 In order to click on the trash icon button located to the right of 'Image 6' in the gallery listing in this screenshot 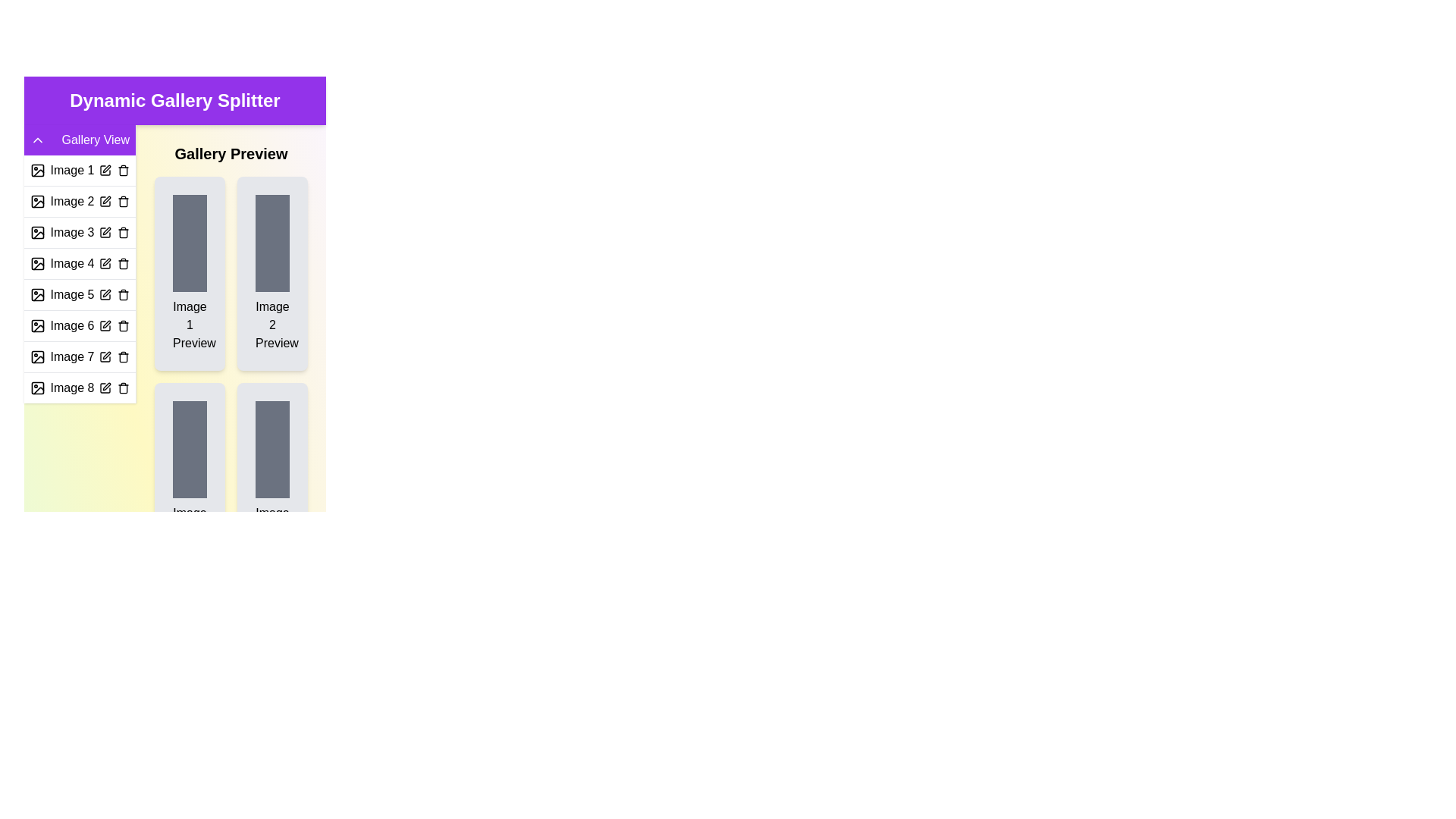, I will do `click(124, 325)`.